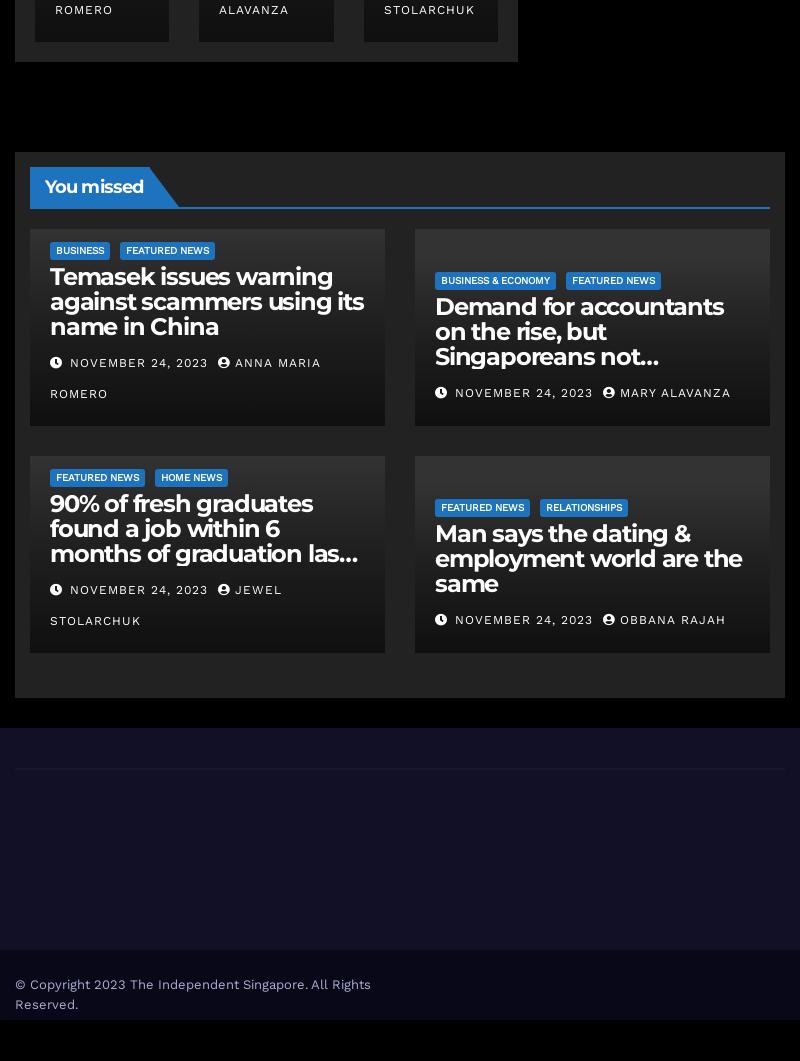  What do you see at coordinates (206, 300) in the screenshot?
I see `'Temasek issues warning against scammers using its name in China'` at bounding box center [206, 300].